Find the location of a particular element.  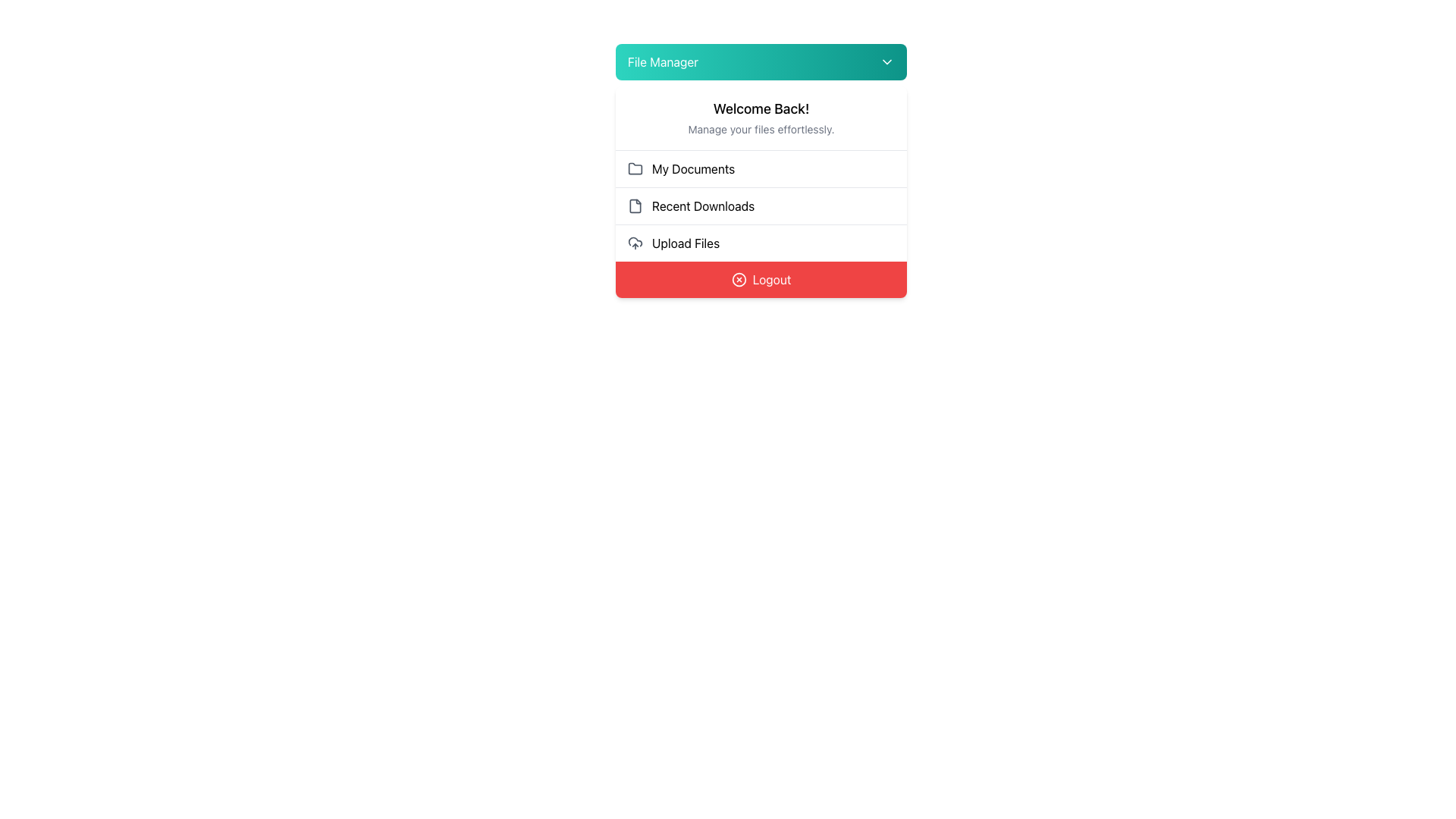

the SVG Icon resembling a document or file, which is positioned to the left of the 'Recent Downloads' text is located at coordinates (635, 206).